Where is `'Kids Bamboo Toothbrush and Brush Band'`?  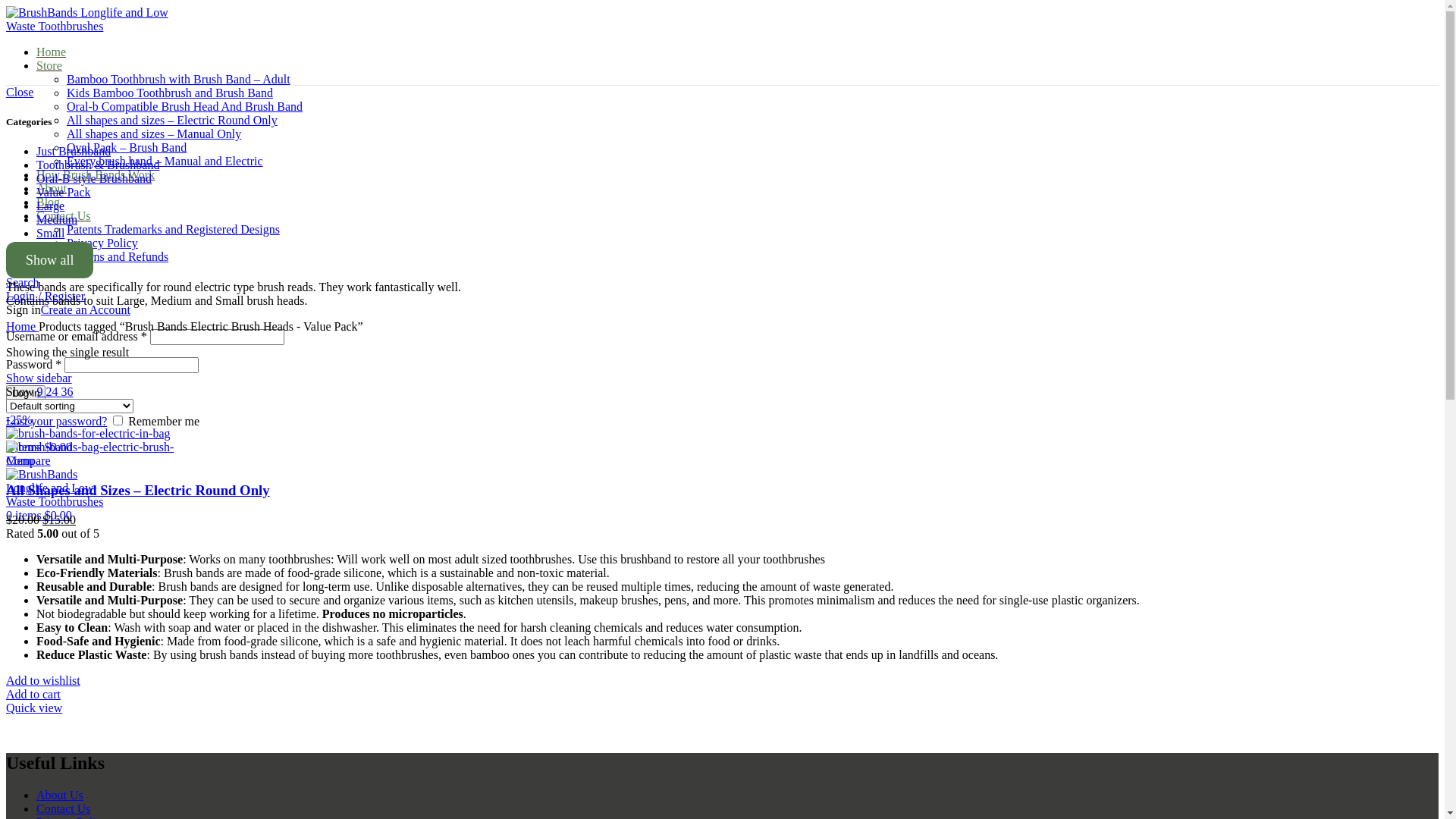
'Kids Bamboo Toothbrush and Brush Band' is located at coordinates (65, 93).